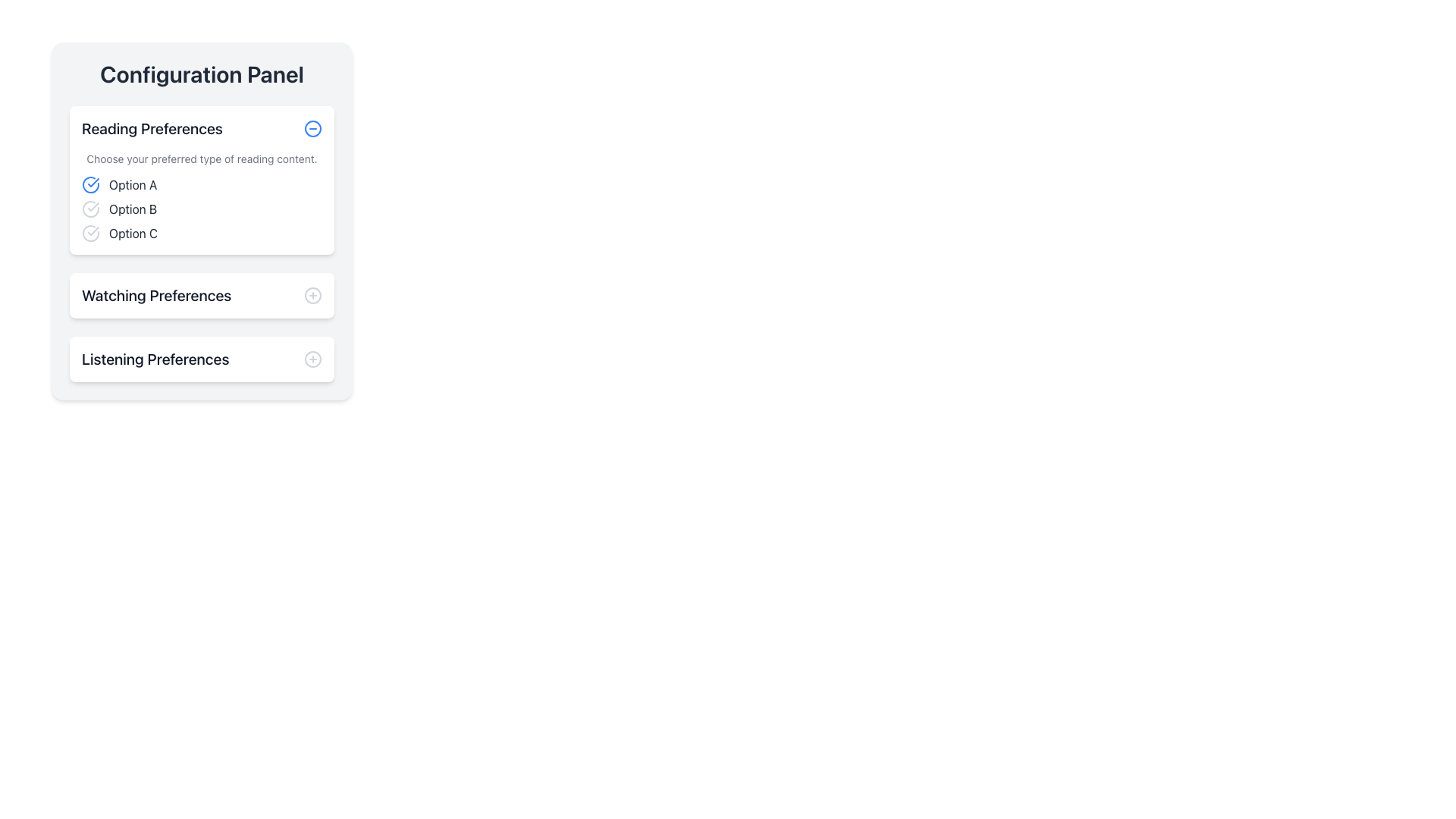  What do you see at coordinates (312, 359) in the screenshot?
I see `the circular vector graphic element located in the 'Listening Preferences' section of the configuration panel, which is part of an interaction icon positioned to the right of the section's label` at bounding box center [312, 359].